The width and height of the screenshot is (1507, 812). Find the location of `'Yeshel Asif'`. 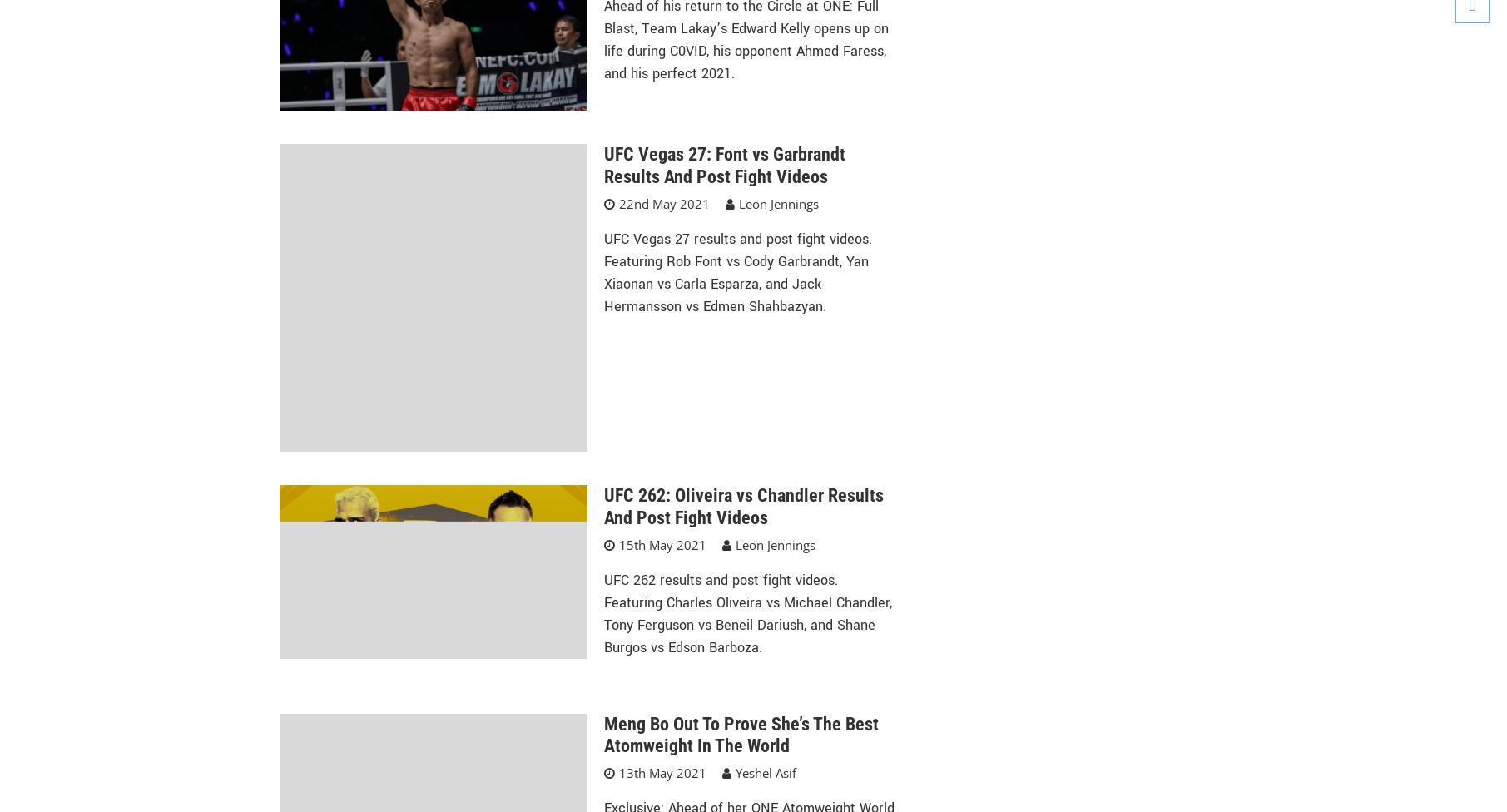

'Yeshel Asif' is located at coordinates (764, 771).